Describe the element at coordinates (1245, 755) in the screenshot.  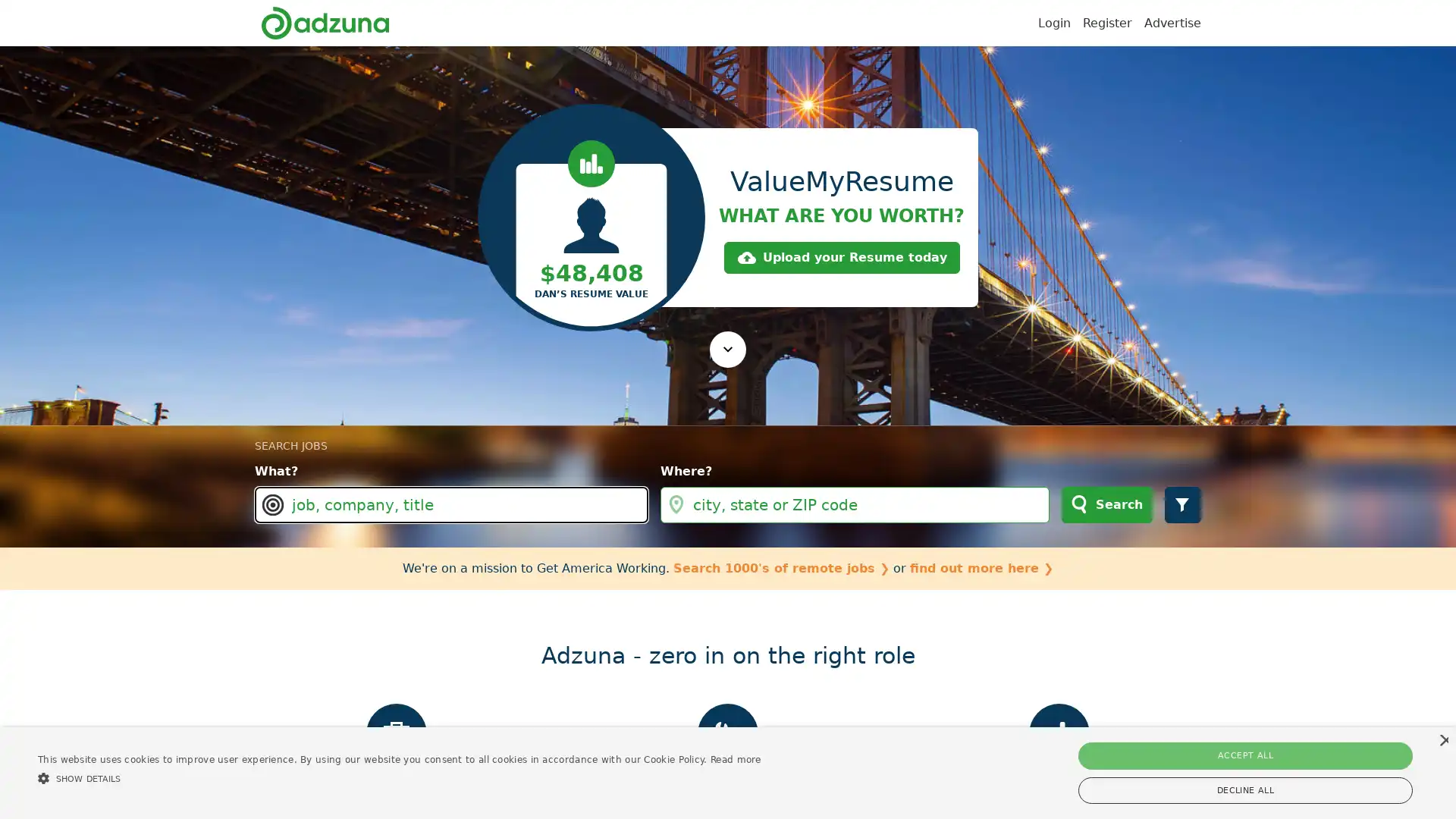
I see `ACCEPT ALL` at that location.